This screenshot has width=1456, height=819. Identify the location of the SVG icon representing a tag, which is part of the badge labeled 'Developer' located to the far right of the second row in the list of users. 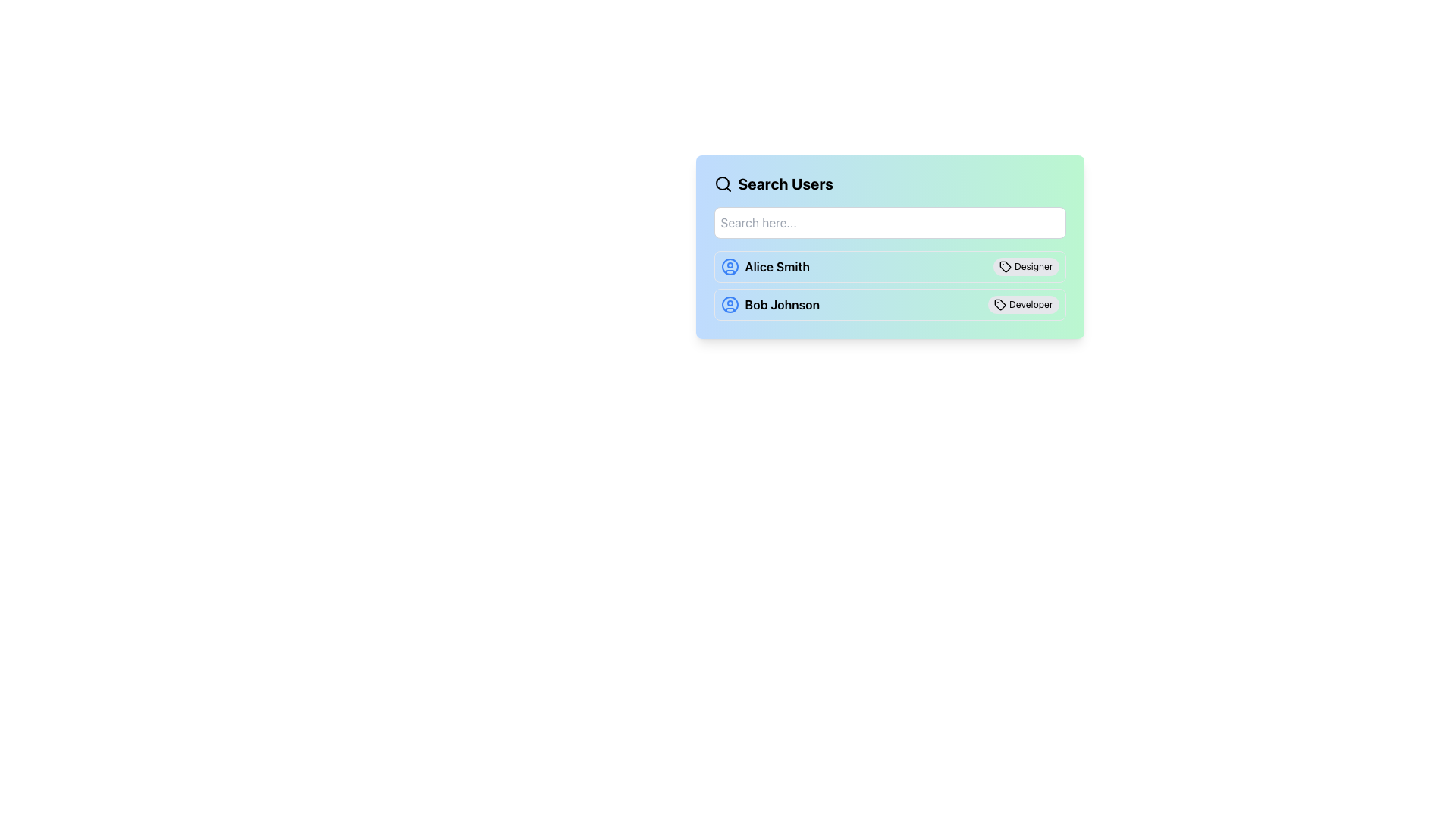
(1000, 304).